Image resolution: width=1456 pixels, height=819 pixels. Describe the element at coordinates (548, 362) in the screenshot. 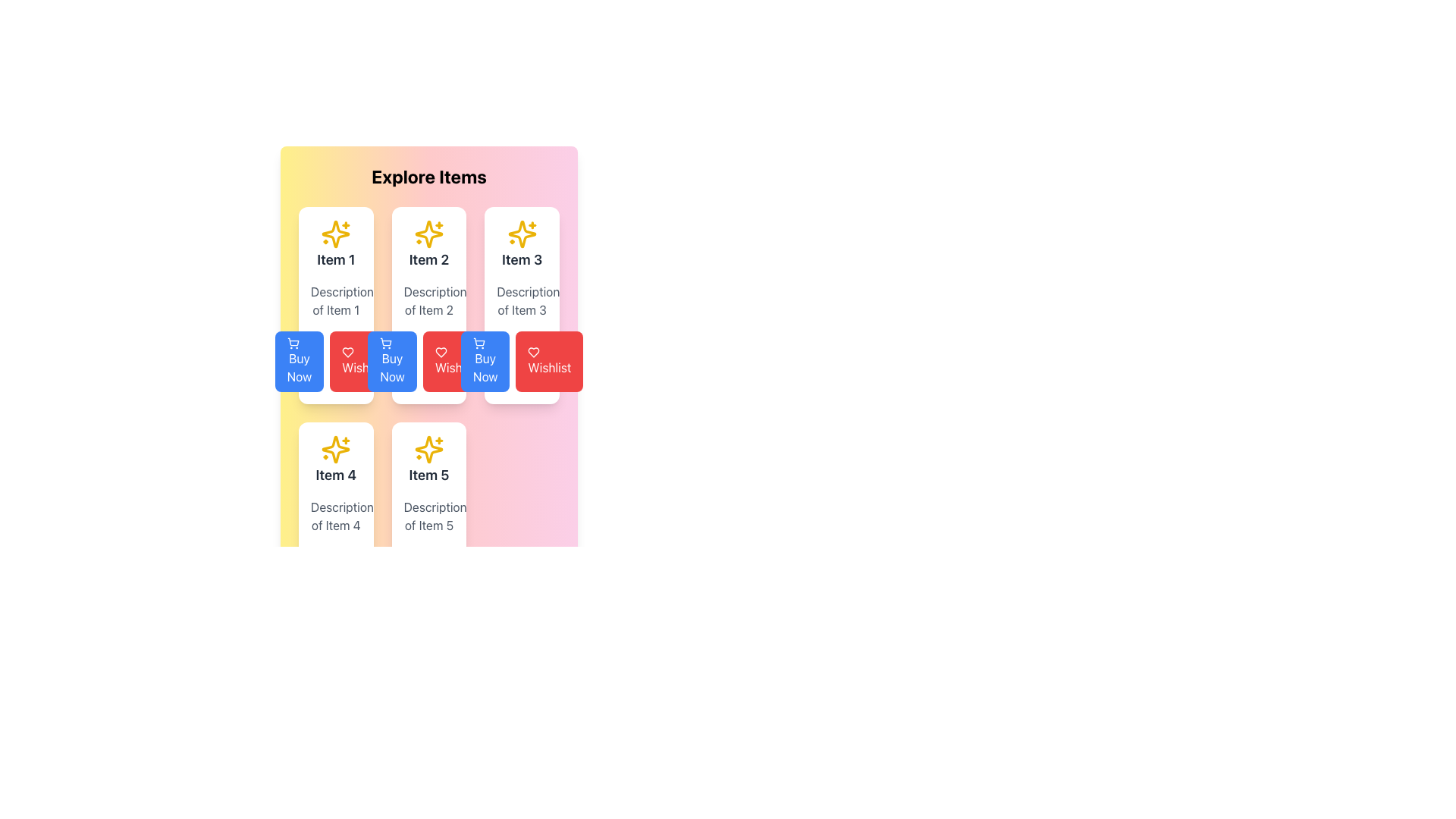

I see `the second button in the group under 'Item 3'` at that location.